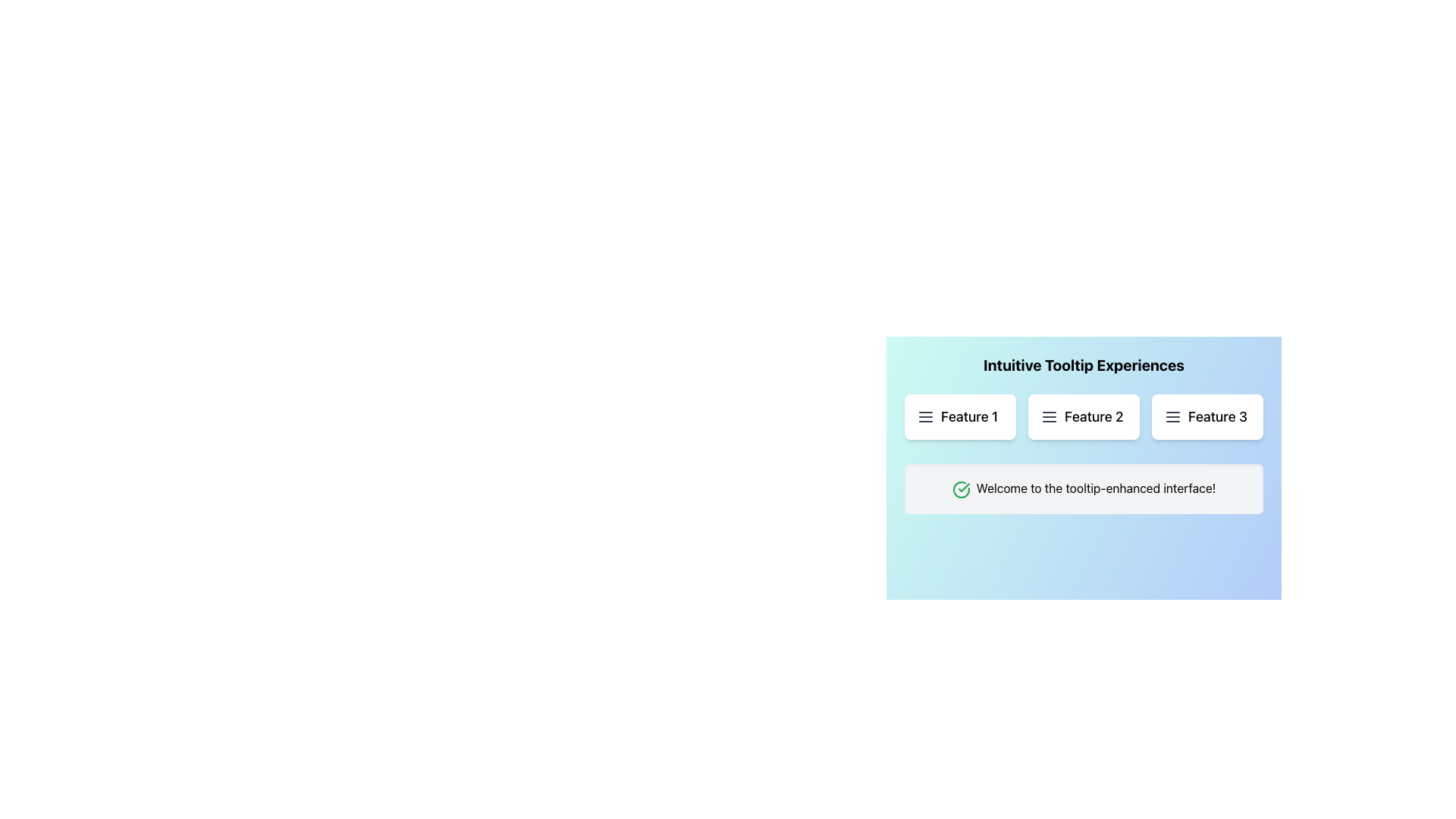  Describe the element at coordinates (1207, 417) in the screenshot. I see `the selectable feature option labeled 'Feature 3', which is the third item in a horizontally aligned group of features` at that location.